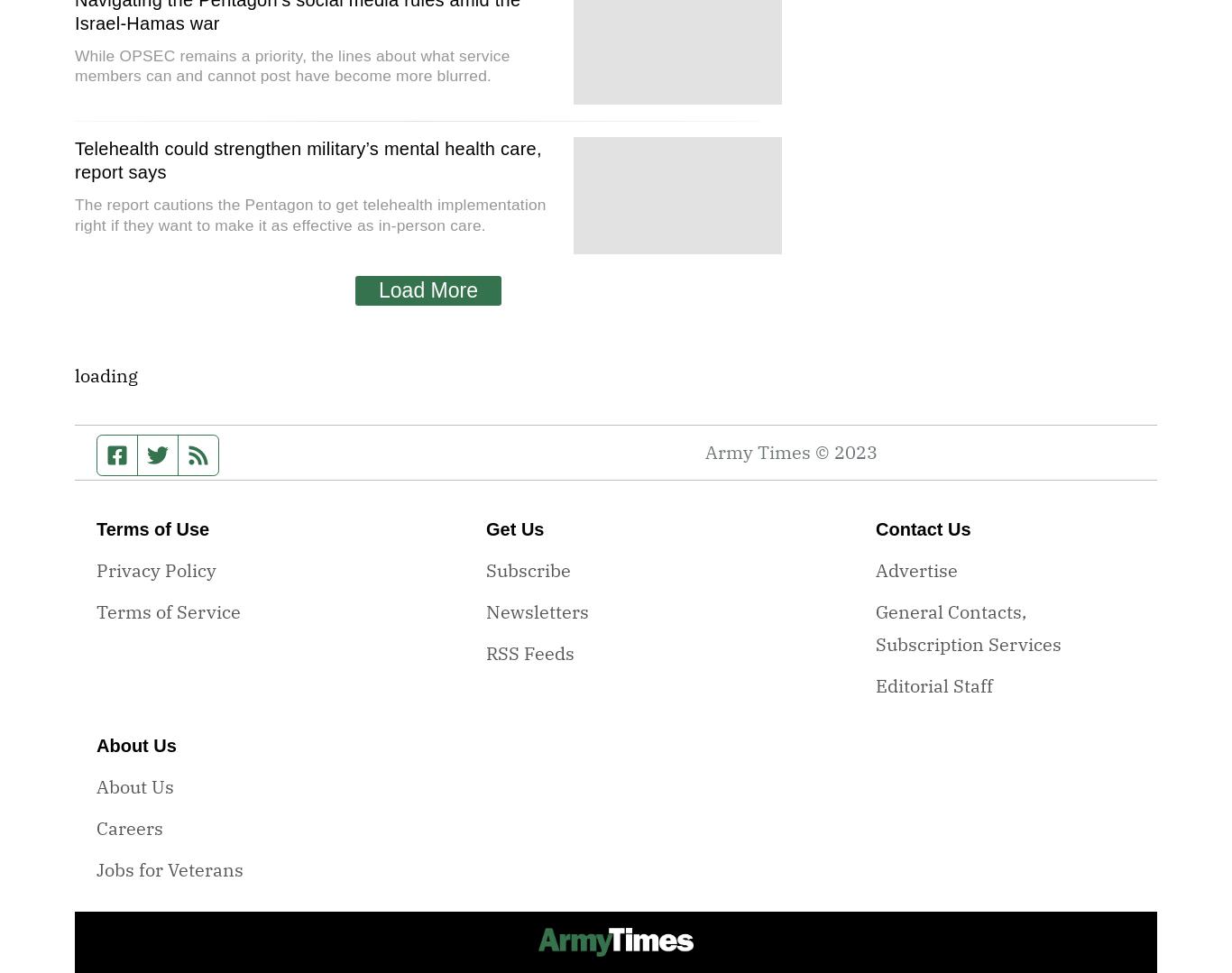  I want to click on 'RSS Feeds', so click(529, 652).